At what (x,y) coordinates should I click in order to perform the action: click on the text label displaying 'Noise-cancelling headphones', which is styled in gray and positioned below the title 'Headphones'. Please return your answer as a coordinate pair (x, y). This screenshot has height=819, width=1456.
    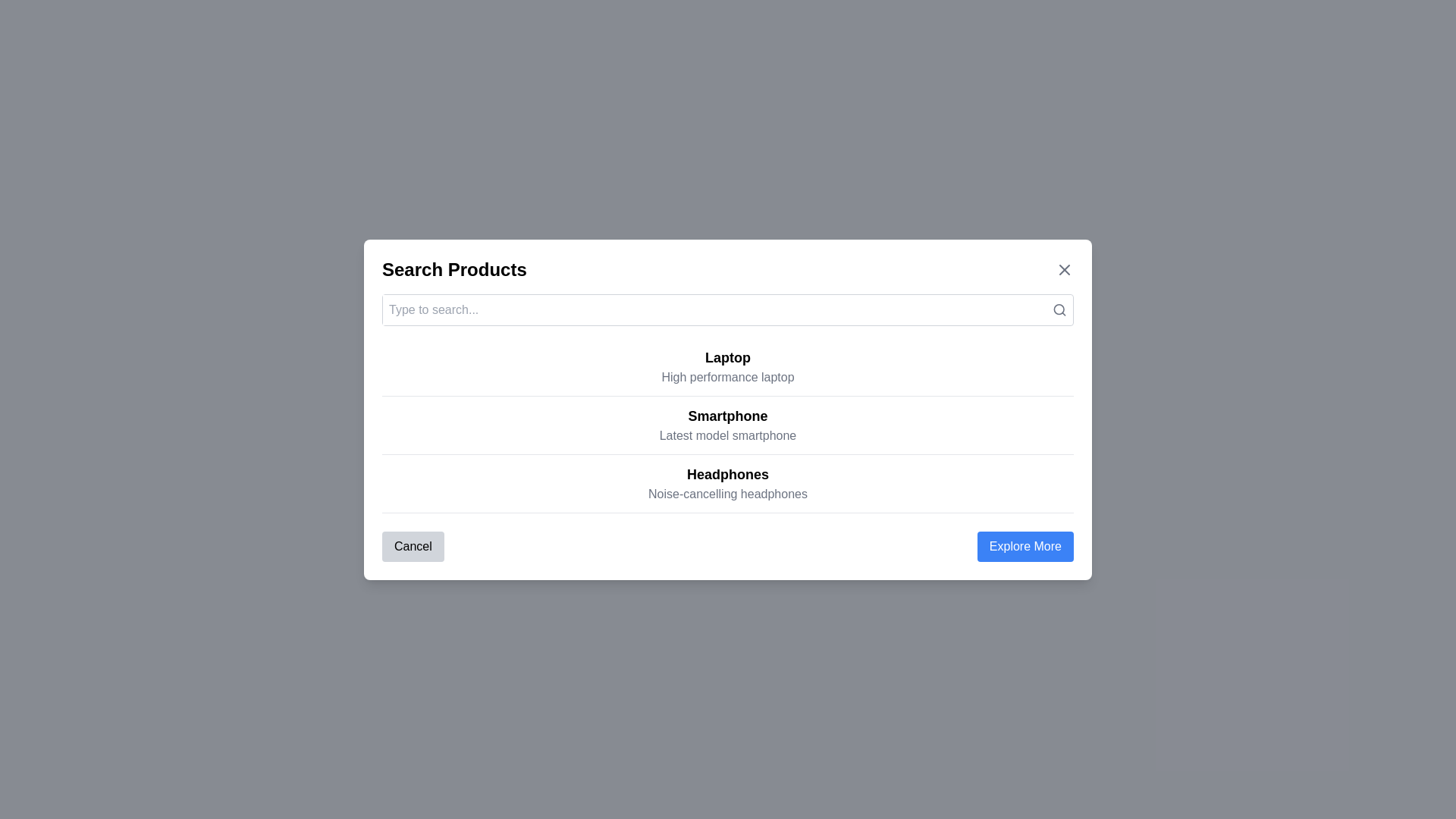
    Looking at the image, I should click on (728, 494).